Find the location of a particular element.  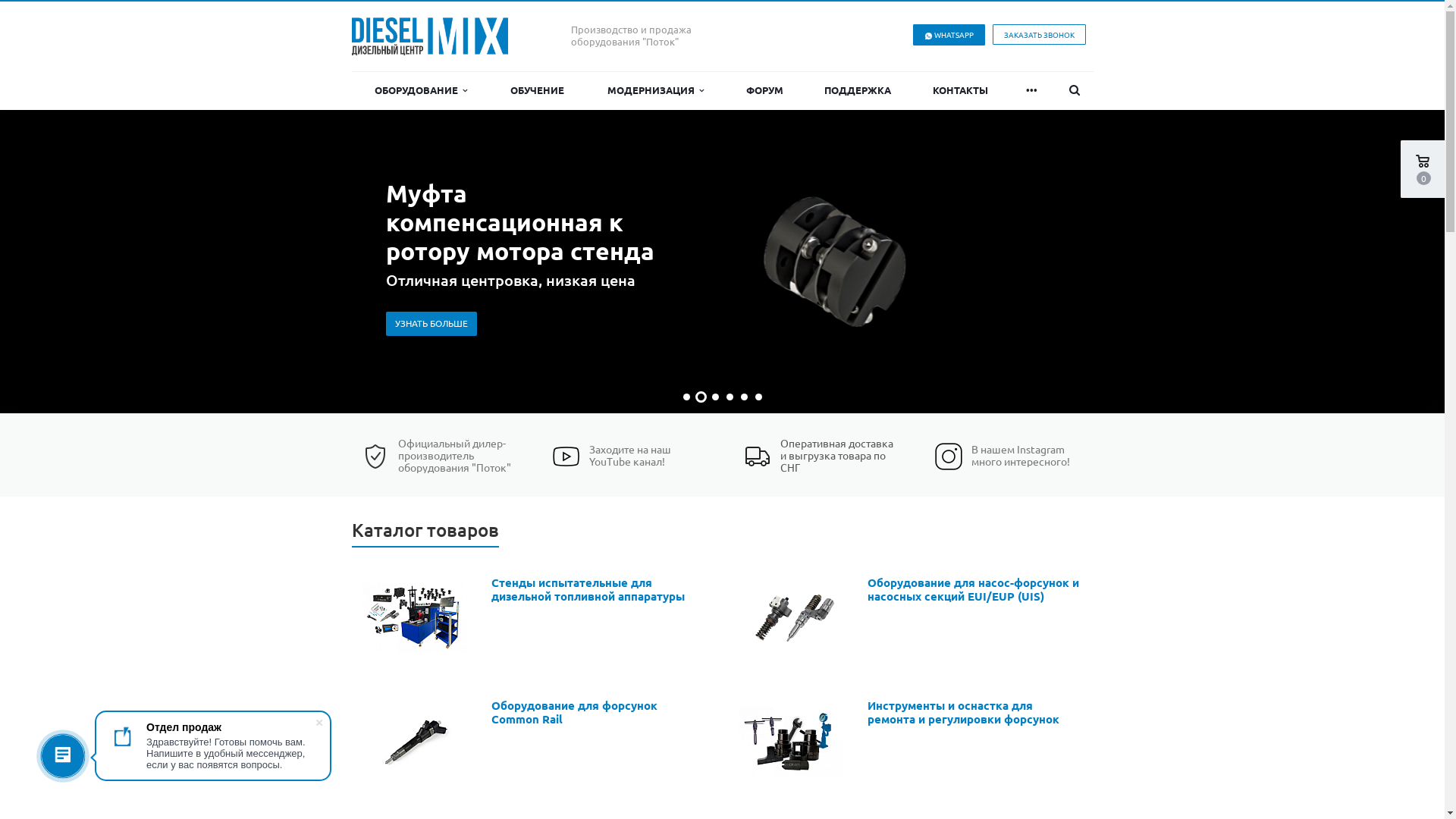

'3' is located at coordinates (714, 396).